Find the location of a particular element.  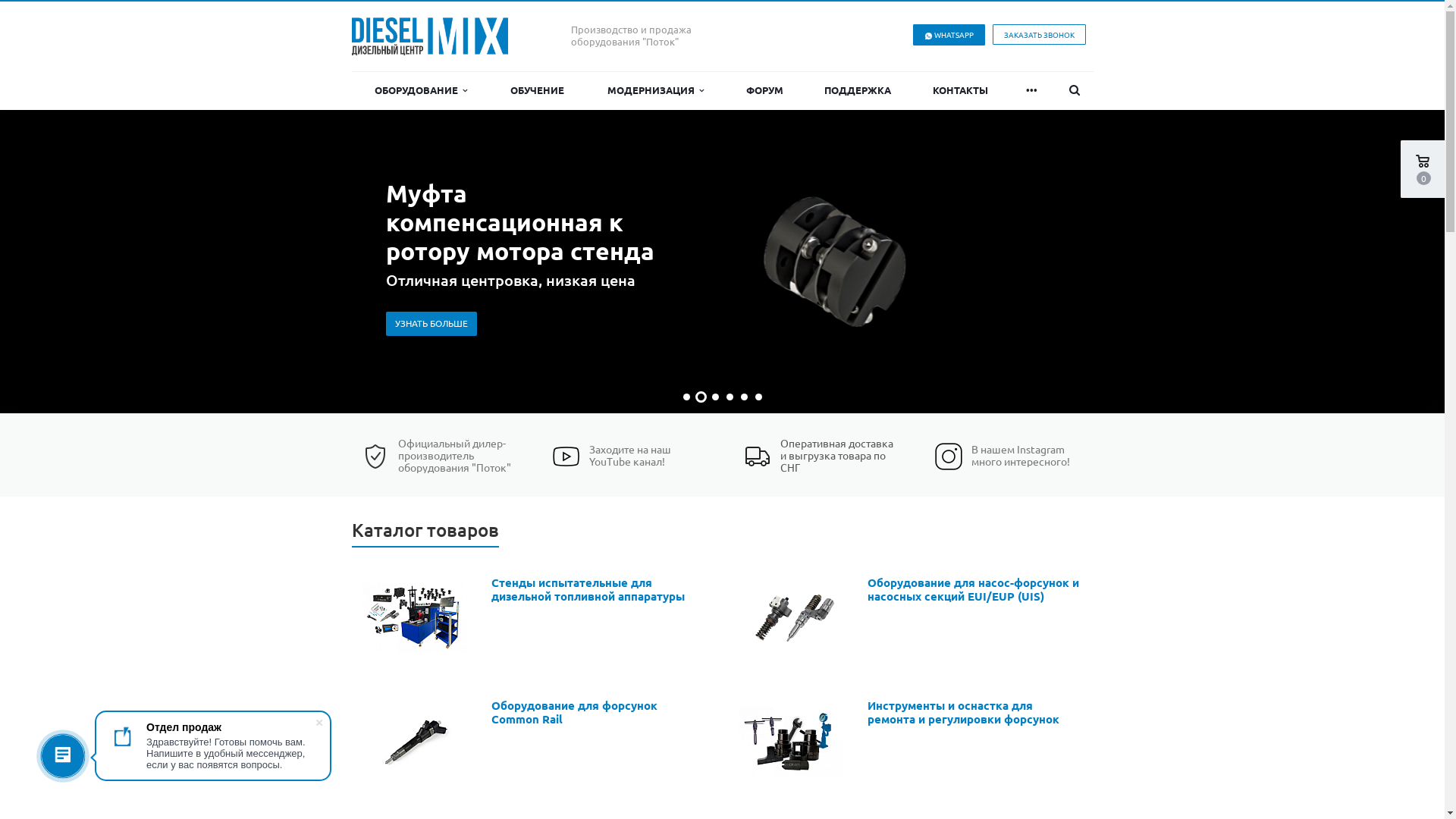

'3' is located at coordinates (714, 396).